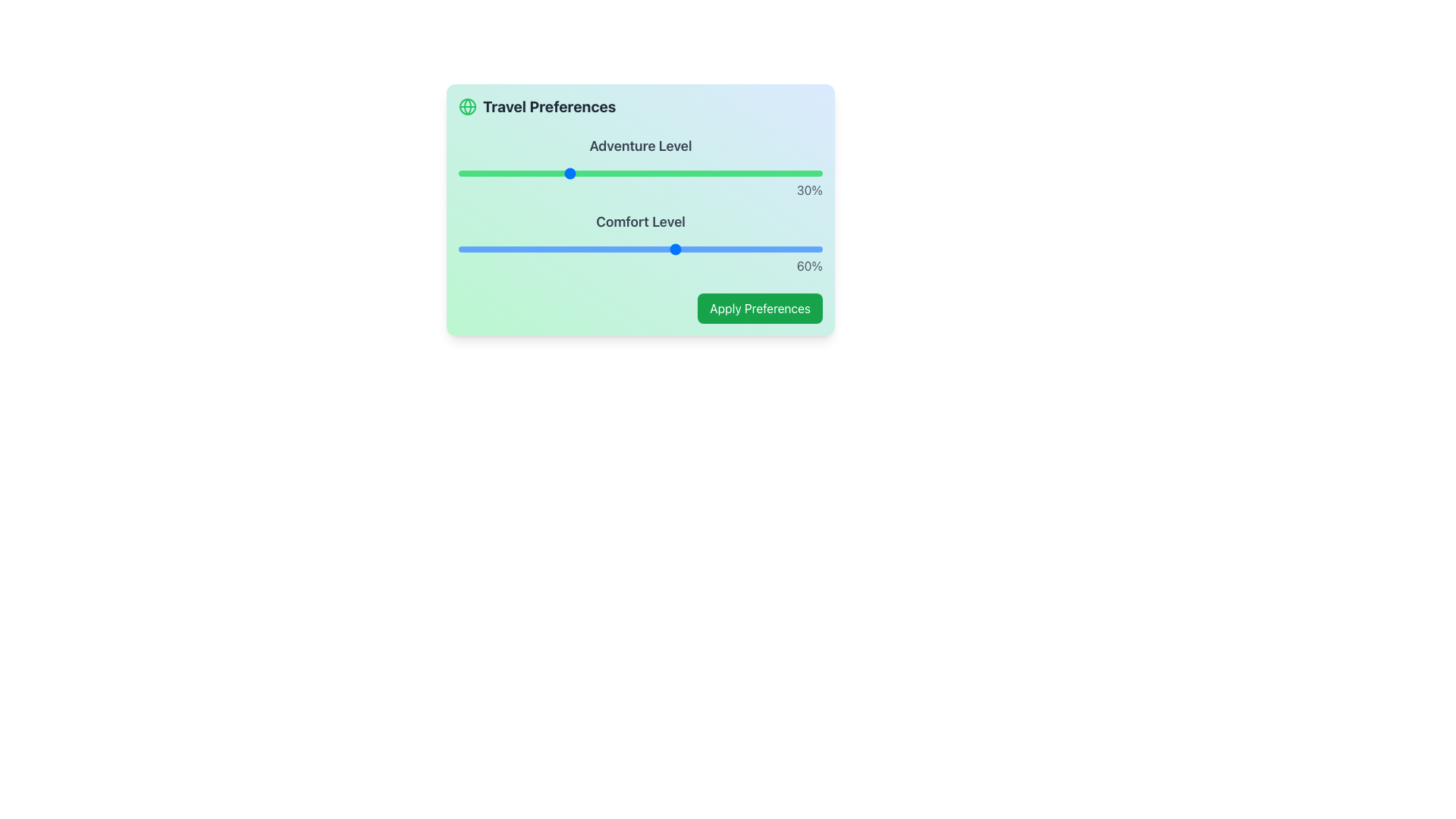 The height and width of the screenshot is (819, 1456). Describe the element at coordinates (764, 248) in the screenshot. I see `the comfort level` at that location.